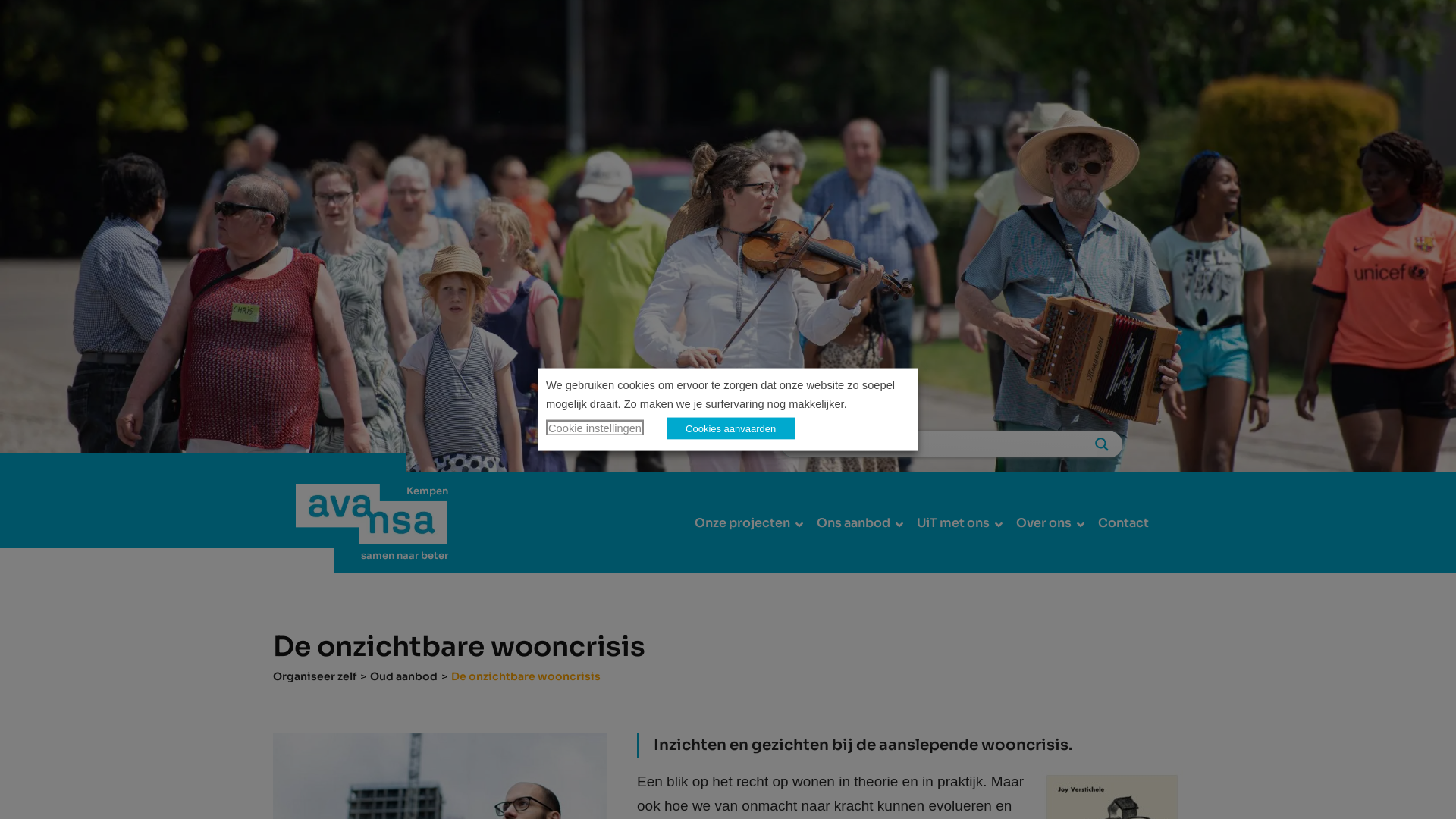  What do you see at coordinates (666, 428) in the screenshot?
I see `'Cookies aanvaarden'` at bounding box center [666, 428].